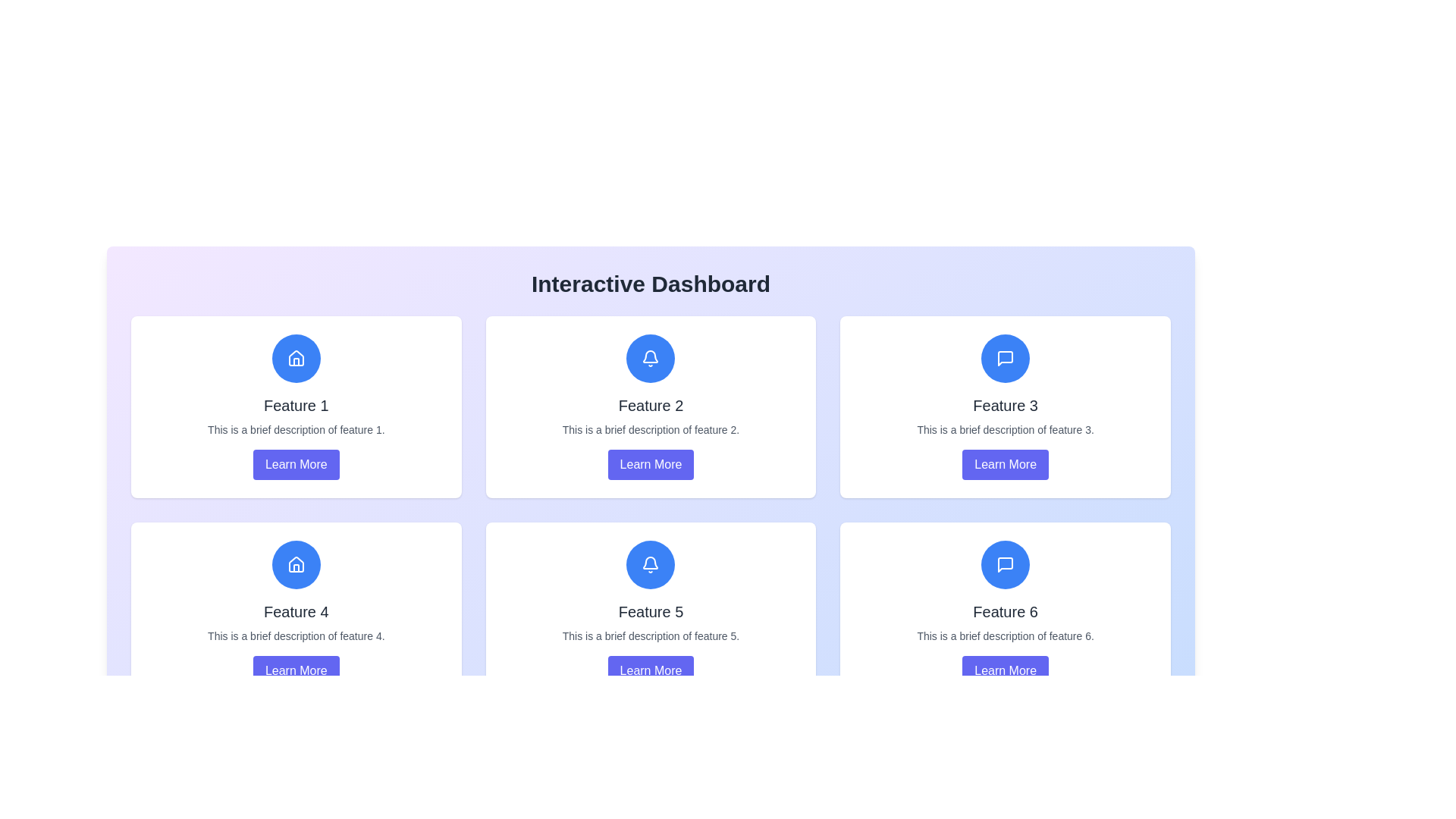 This screenshot has width=1456, height=819. I want to click on the 'Home' icon located in the first card of the 'Feature' grid, positioned in the first row and first column, so click(296, 564).